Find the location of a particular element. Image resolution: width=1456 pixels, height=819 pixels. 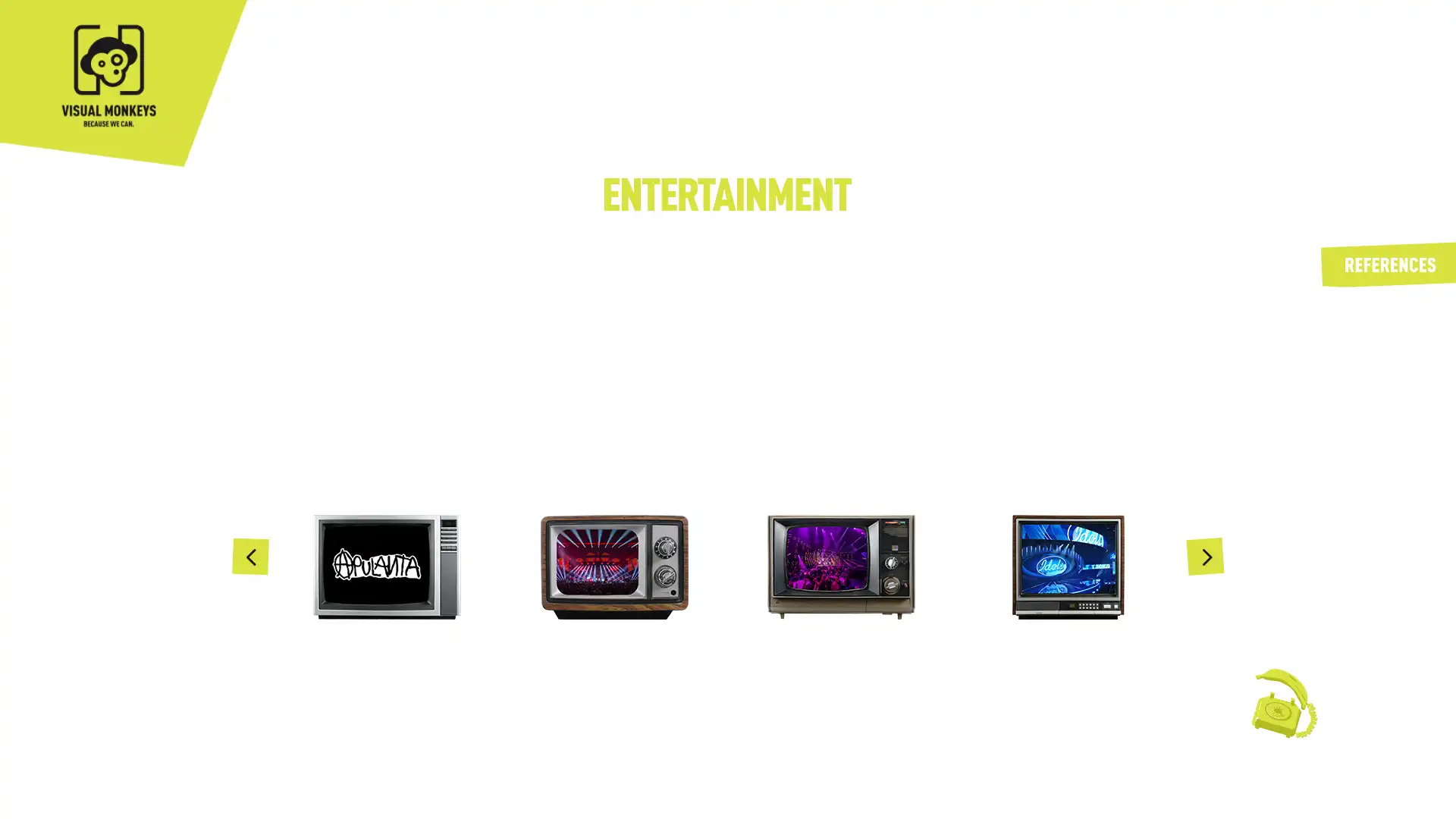

Previous slide is located at coordinates (250, 555).